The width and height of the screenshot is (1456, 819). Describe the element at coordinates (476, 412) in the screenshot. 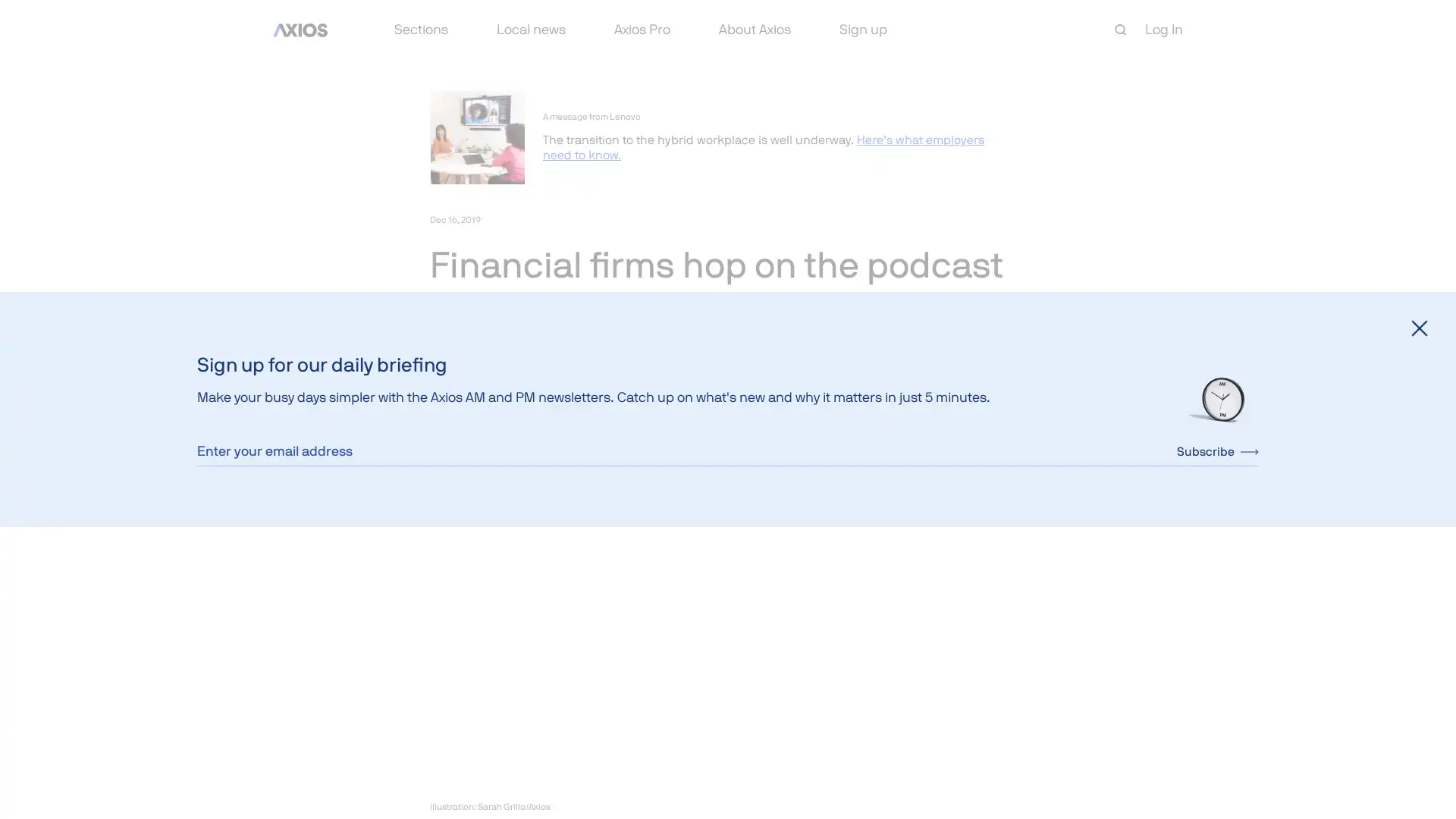

I see `twitter` at that location.